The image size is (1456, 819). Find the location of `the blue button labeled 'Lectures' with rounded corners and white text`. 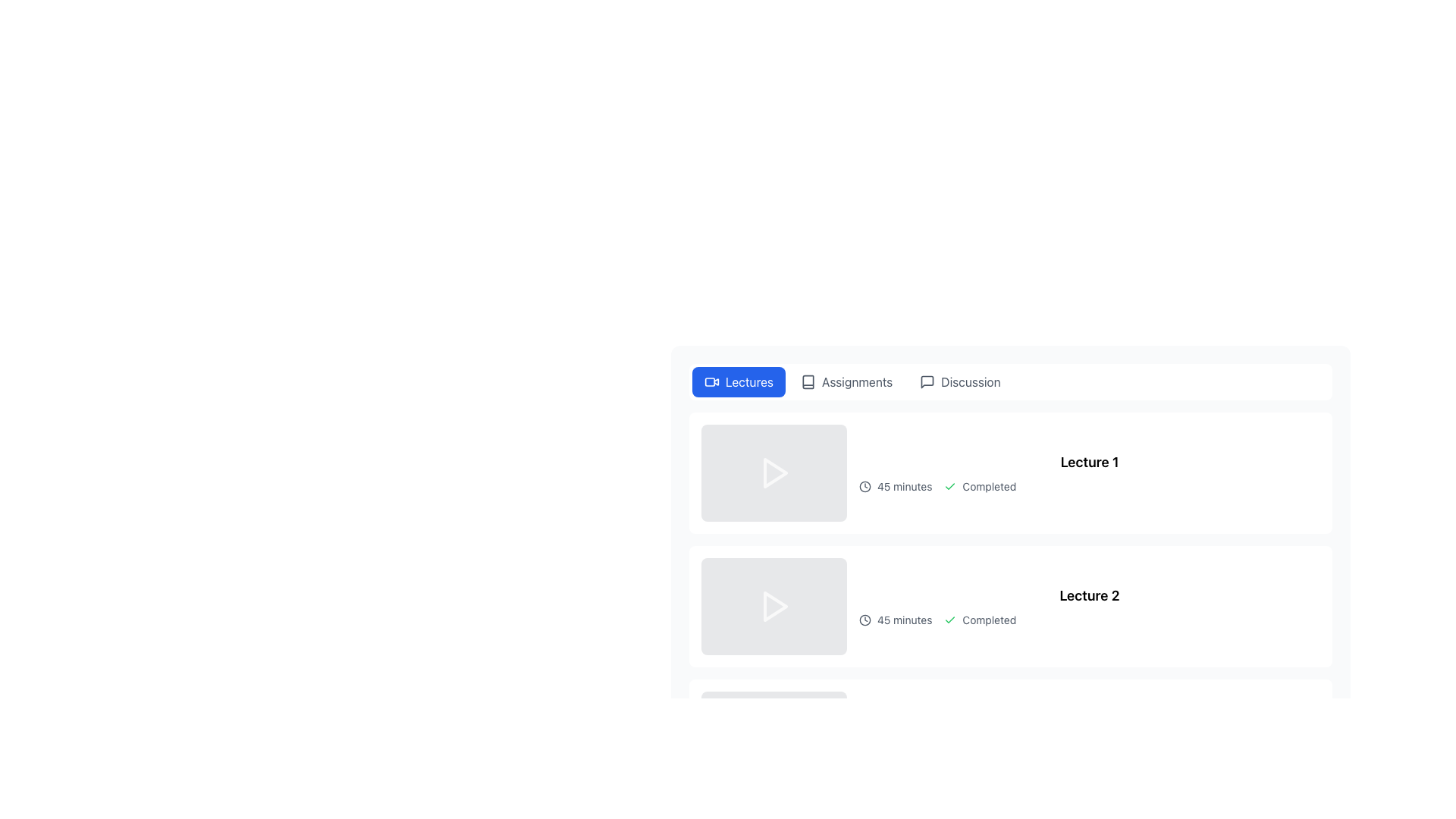

the blue button labeled 'Lectures' with rounded corners and white text is located at coordinates (739, 381).